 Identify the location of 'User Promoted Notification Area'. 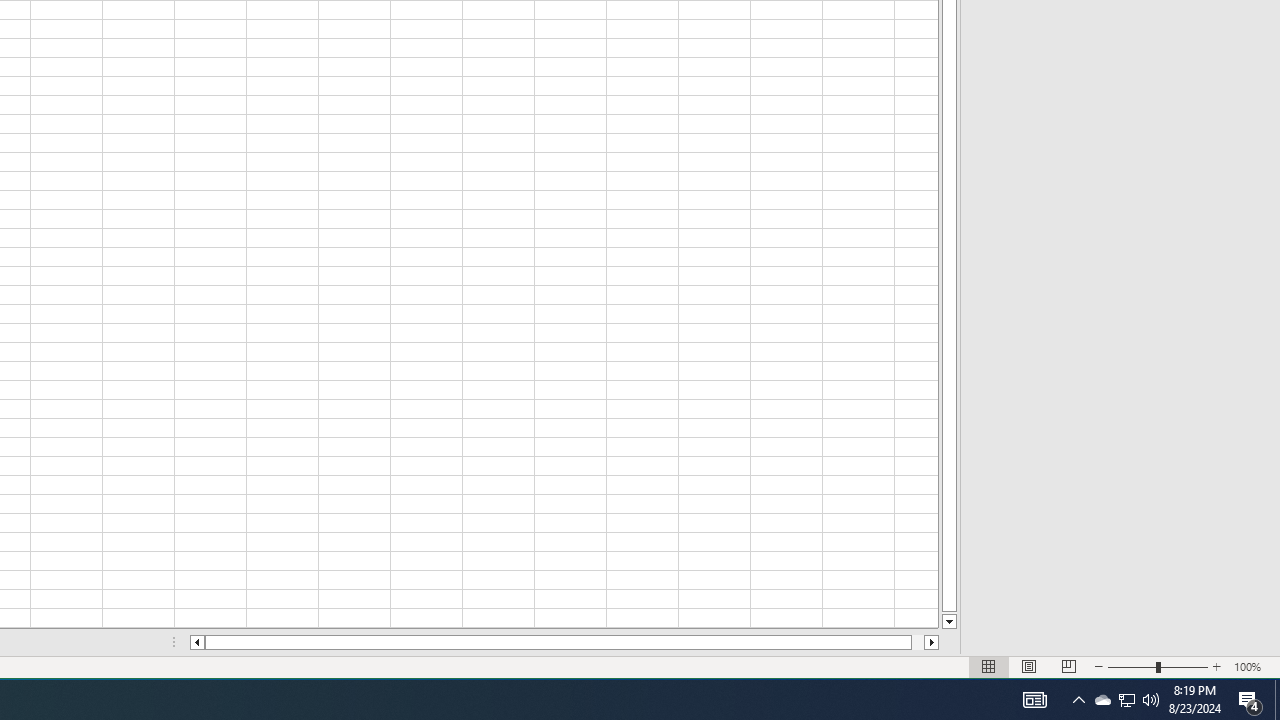
(1127, 698).